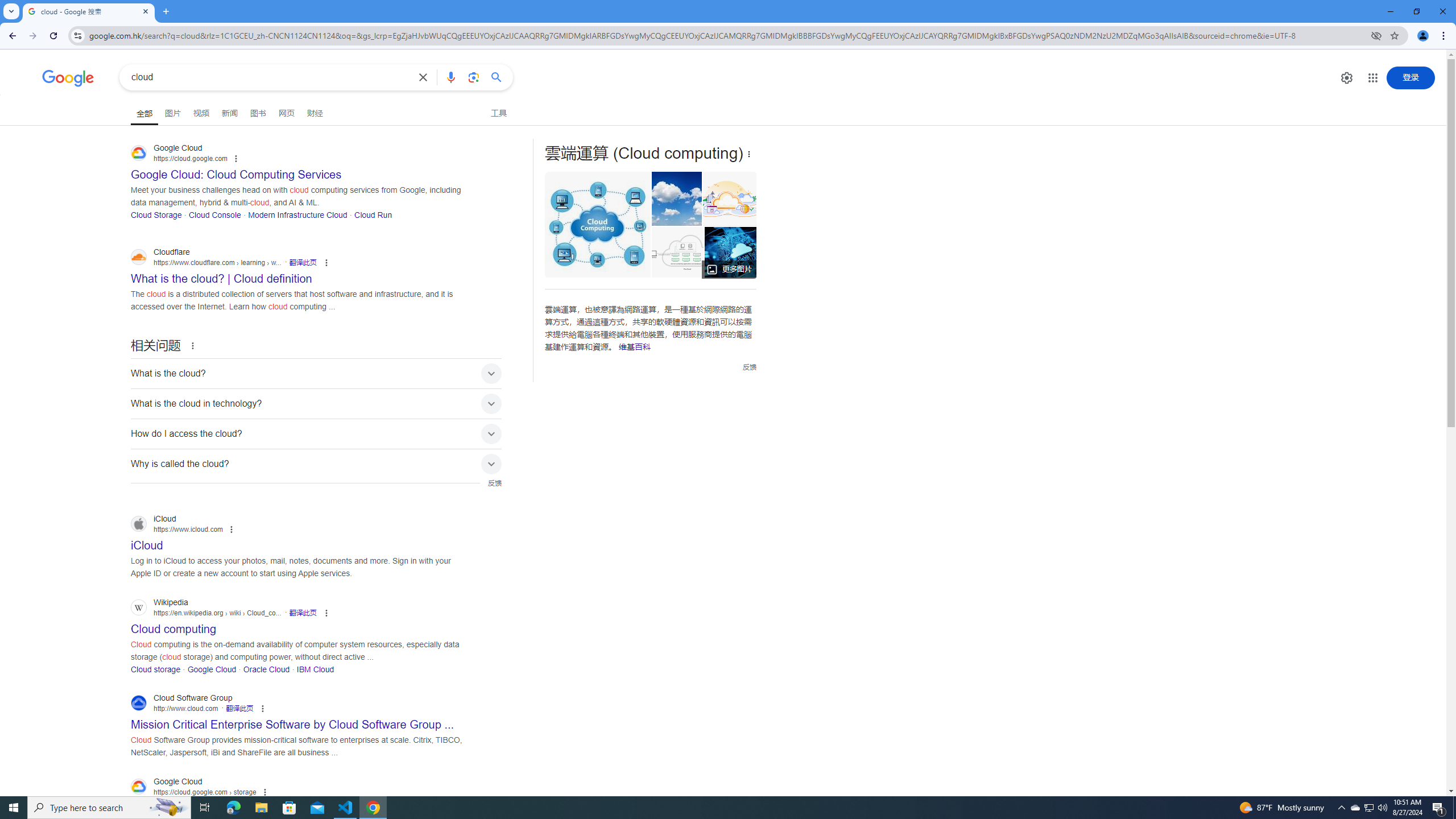 Image resolution: width=1456 pixels, height=819 pixels. I want to click on 'Cloud Storage', so click(156, 214).